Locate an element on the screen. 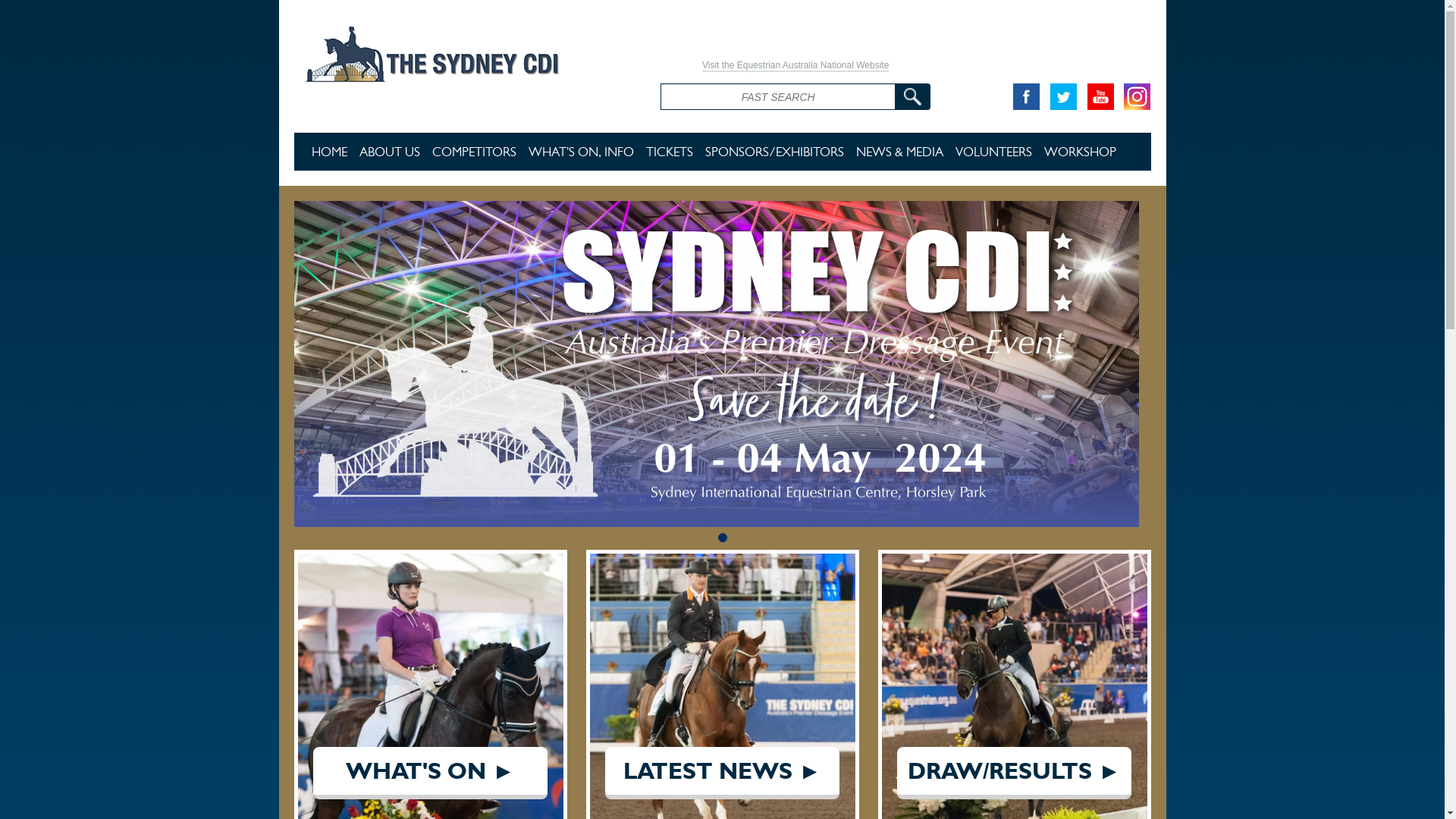 This screenshot has height=819, width=1456. 'VOLUNTEERS' is located at coordinates (993, 152).